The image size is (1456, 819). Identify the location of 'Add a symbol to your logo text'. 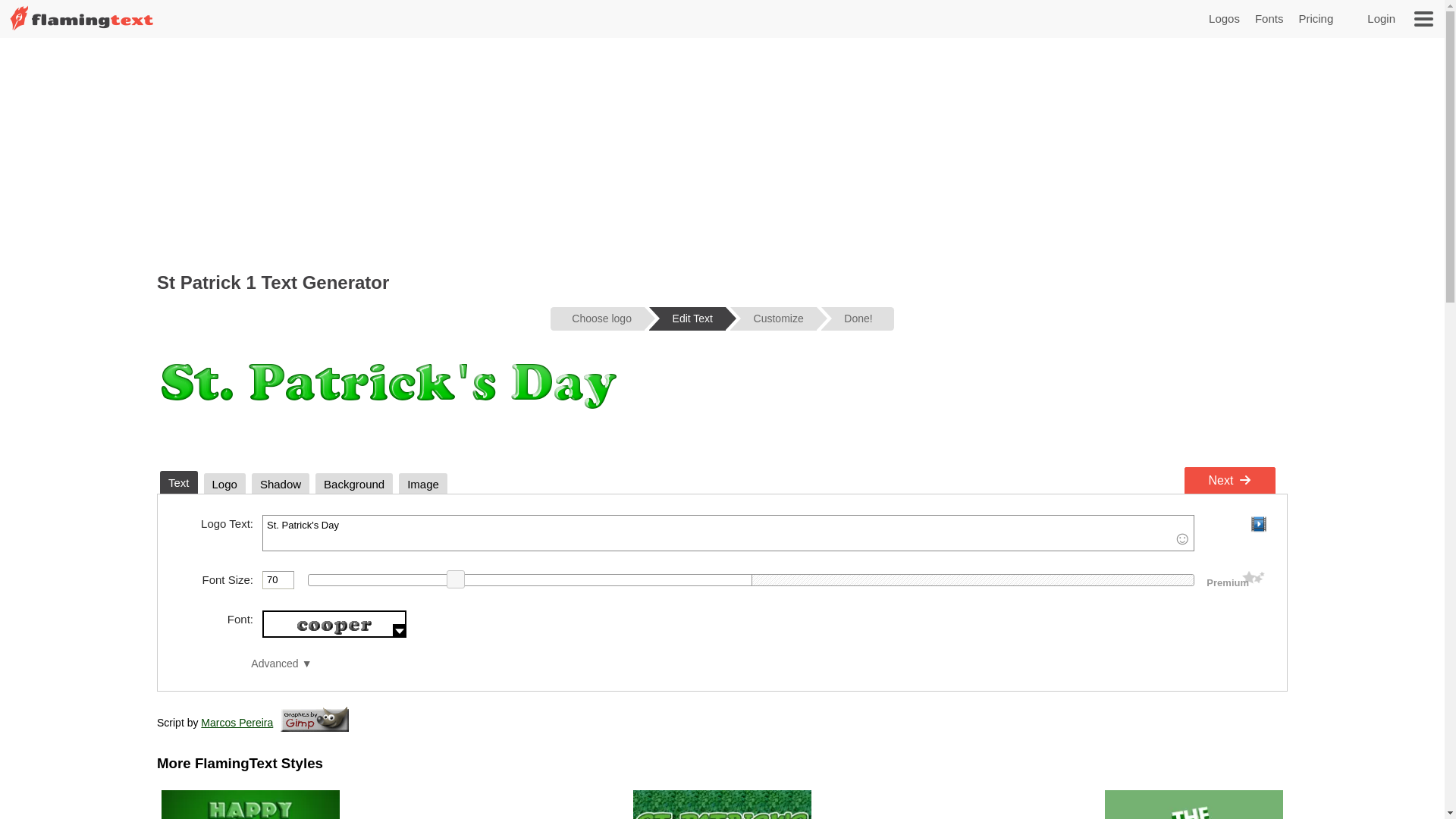
(1181, 538).